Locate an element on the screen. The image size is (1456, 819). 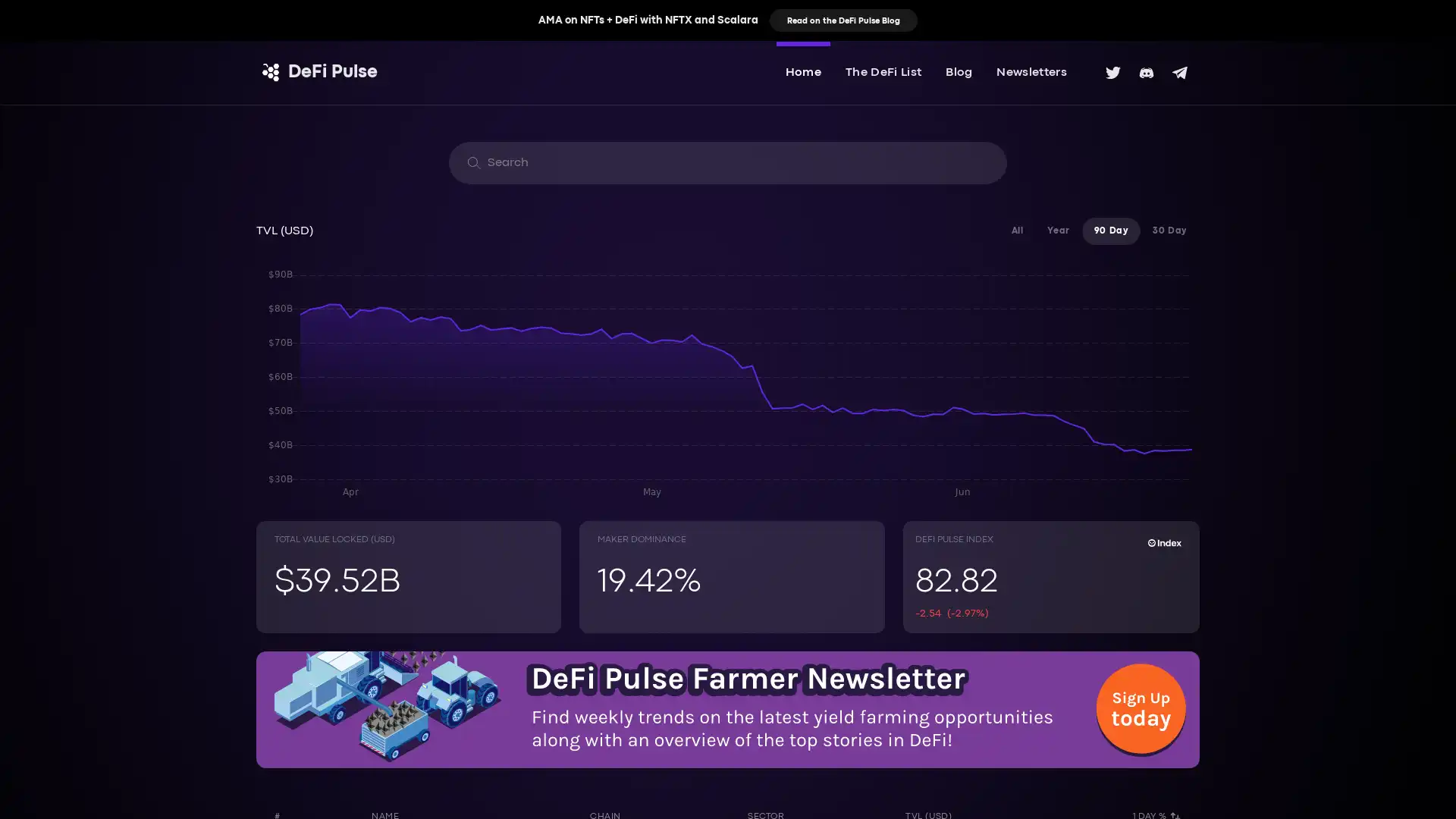
90 Day is located at coordinates (1110, 231).